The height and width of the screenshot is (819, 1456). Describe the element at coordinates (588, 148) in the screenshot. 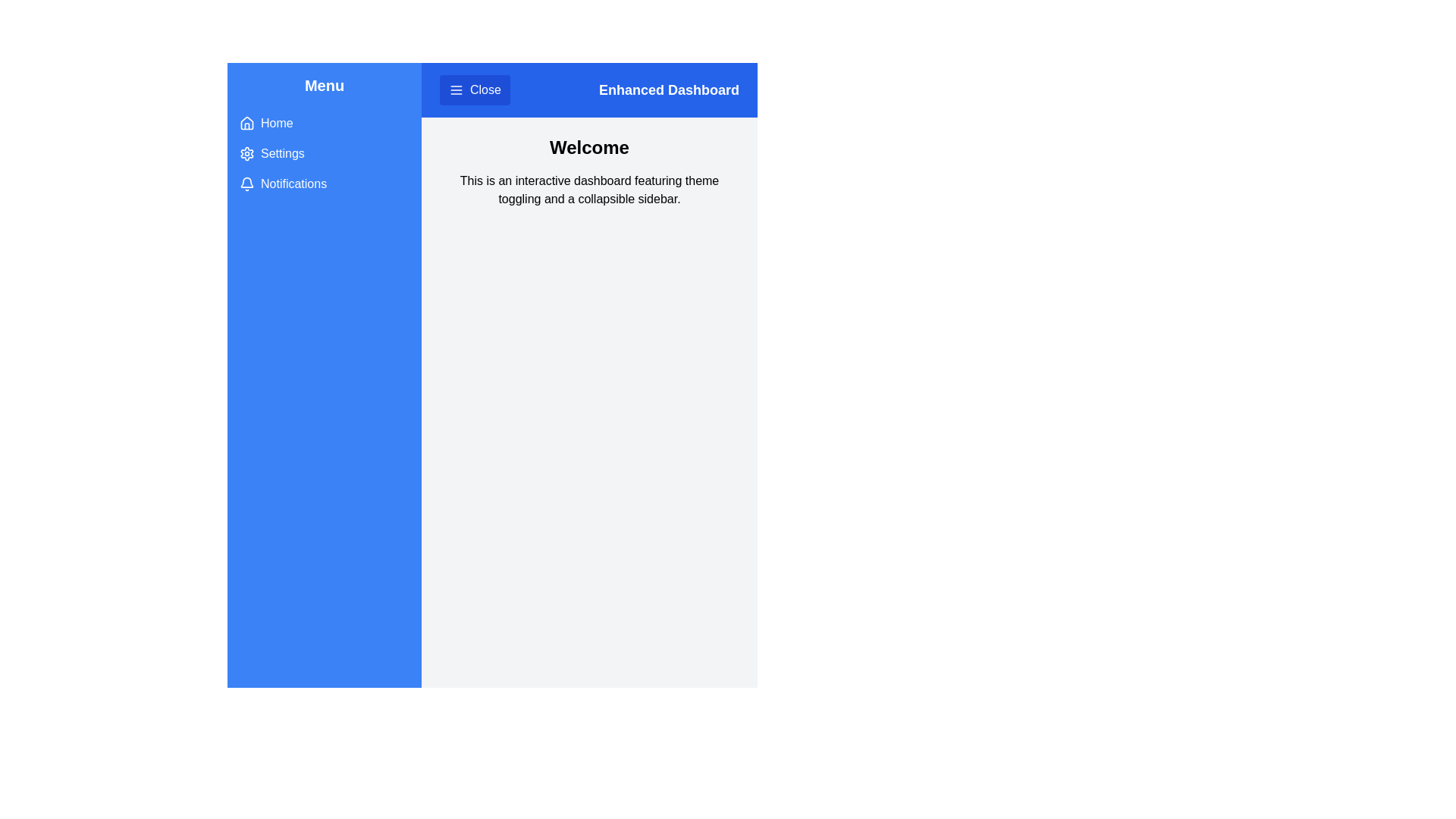

I see `the welcoming header text located at the top of the central content pane, directly beneath the application header bar` at that location.